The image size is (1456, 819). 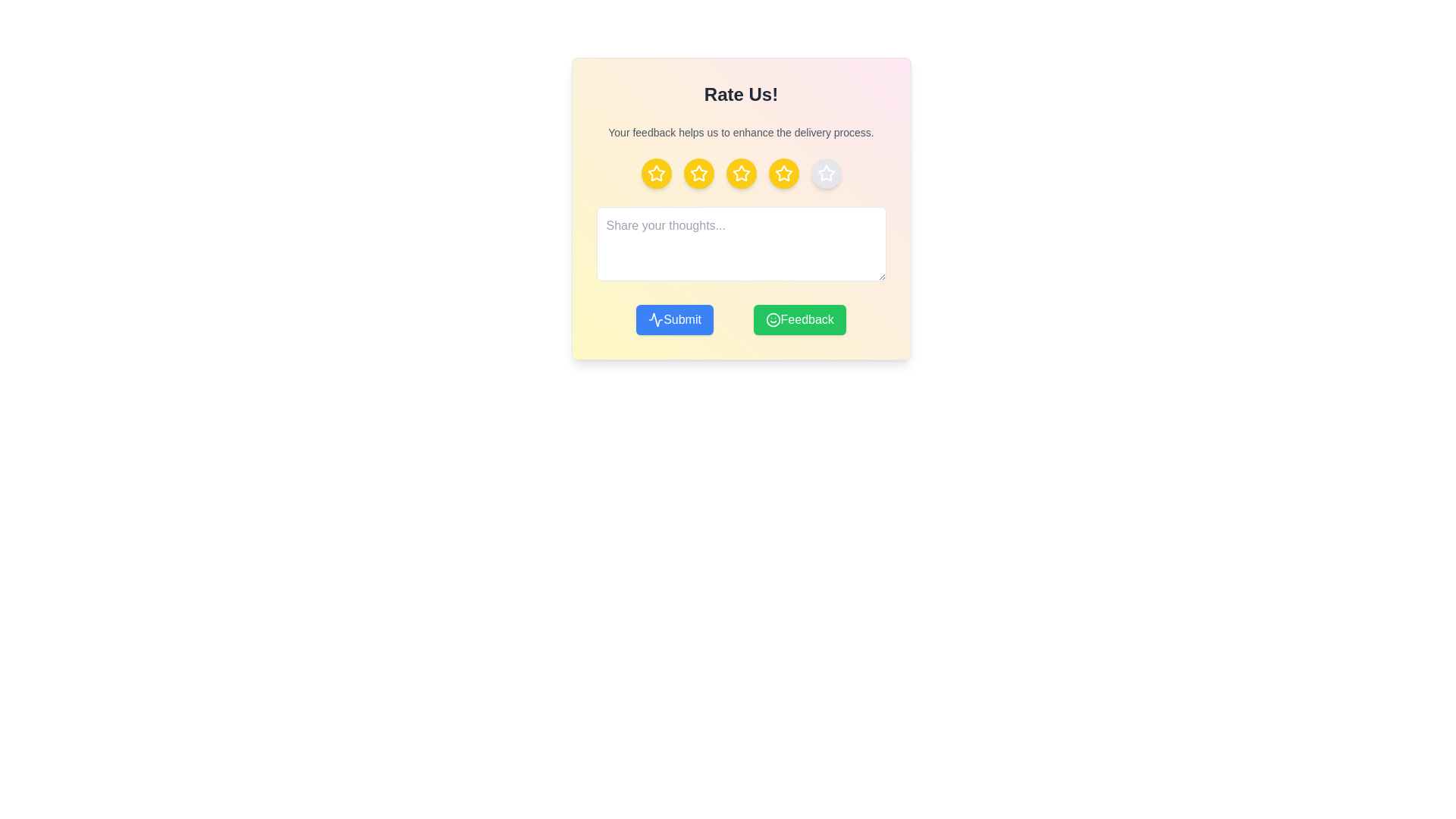 I want to click on the rating to 5 stars by clicking on the corresponding star, so click(x=825, y=172).